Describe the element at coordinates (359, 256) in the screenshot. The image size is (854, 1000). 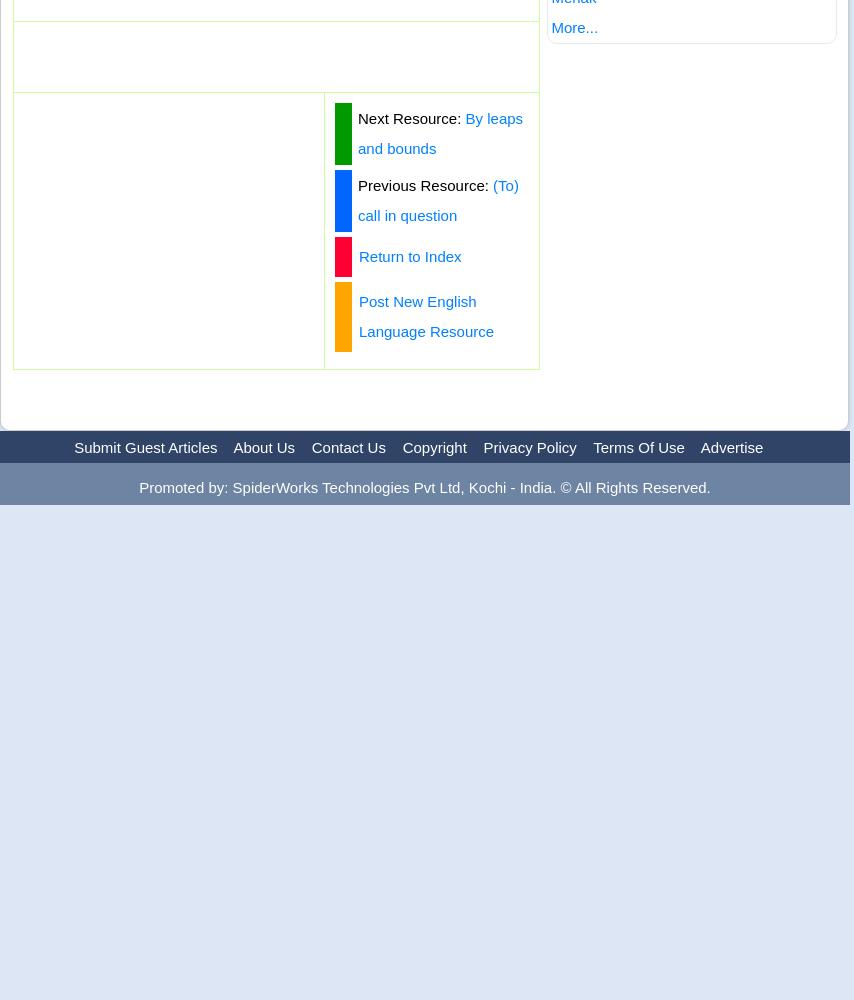
I see `'Return to Index'` at that location.